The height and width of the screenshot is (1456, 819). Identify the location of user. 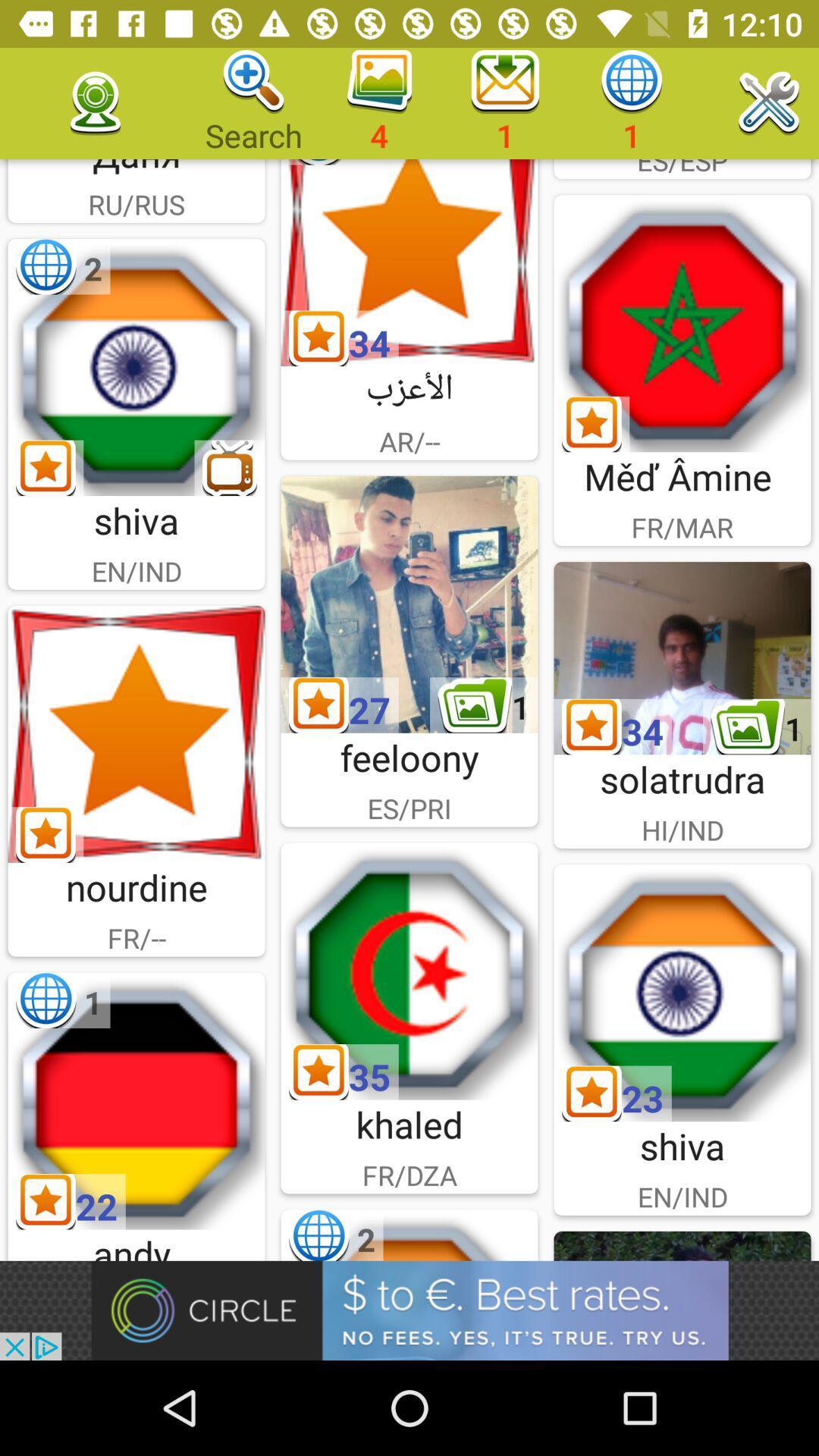
(409, 604).